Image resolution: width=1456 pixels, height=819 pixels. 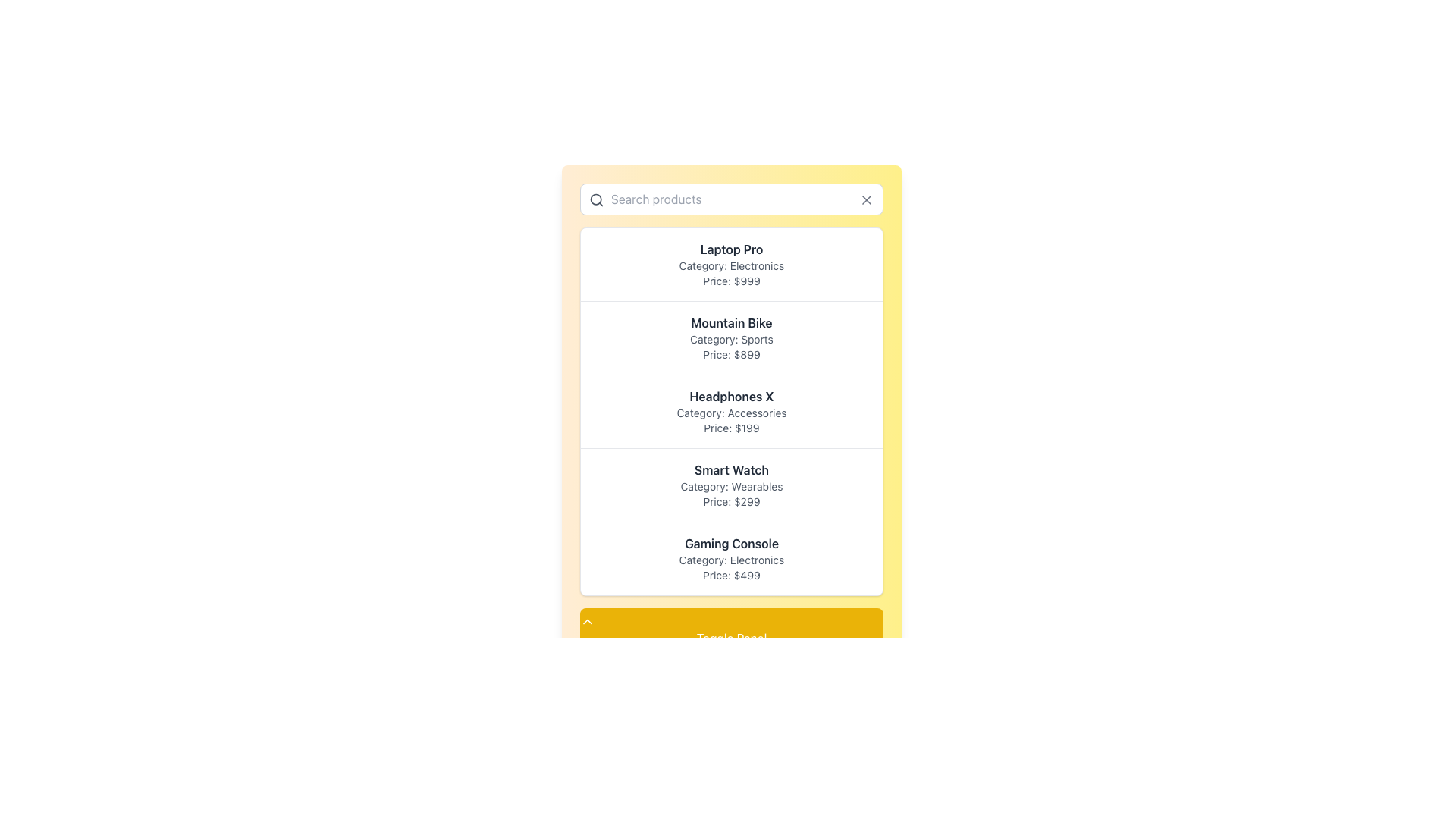 What do you see at coordinates (731, 281) in the screenshot?
I see `the static text label displaying the product price, located below the 'Category: Electronics' text in the vertically aligned list` at bounding box center [731, 281].